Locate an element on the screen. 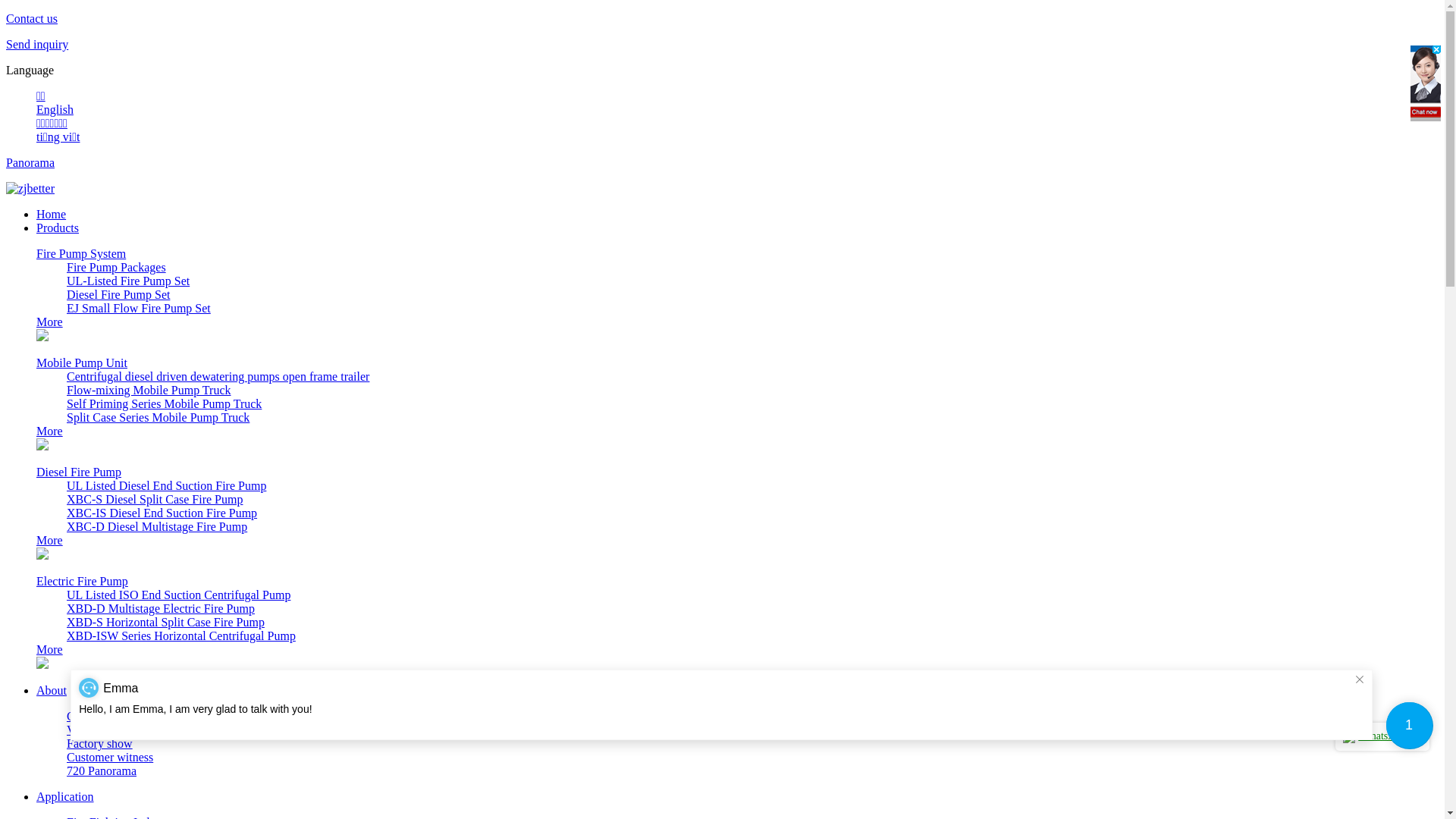  'English' is located at coordinates (55, 108).